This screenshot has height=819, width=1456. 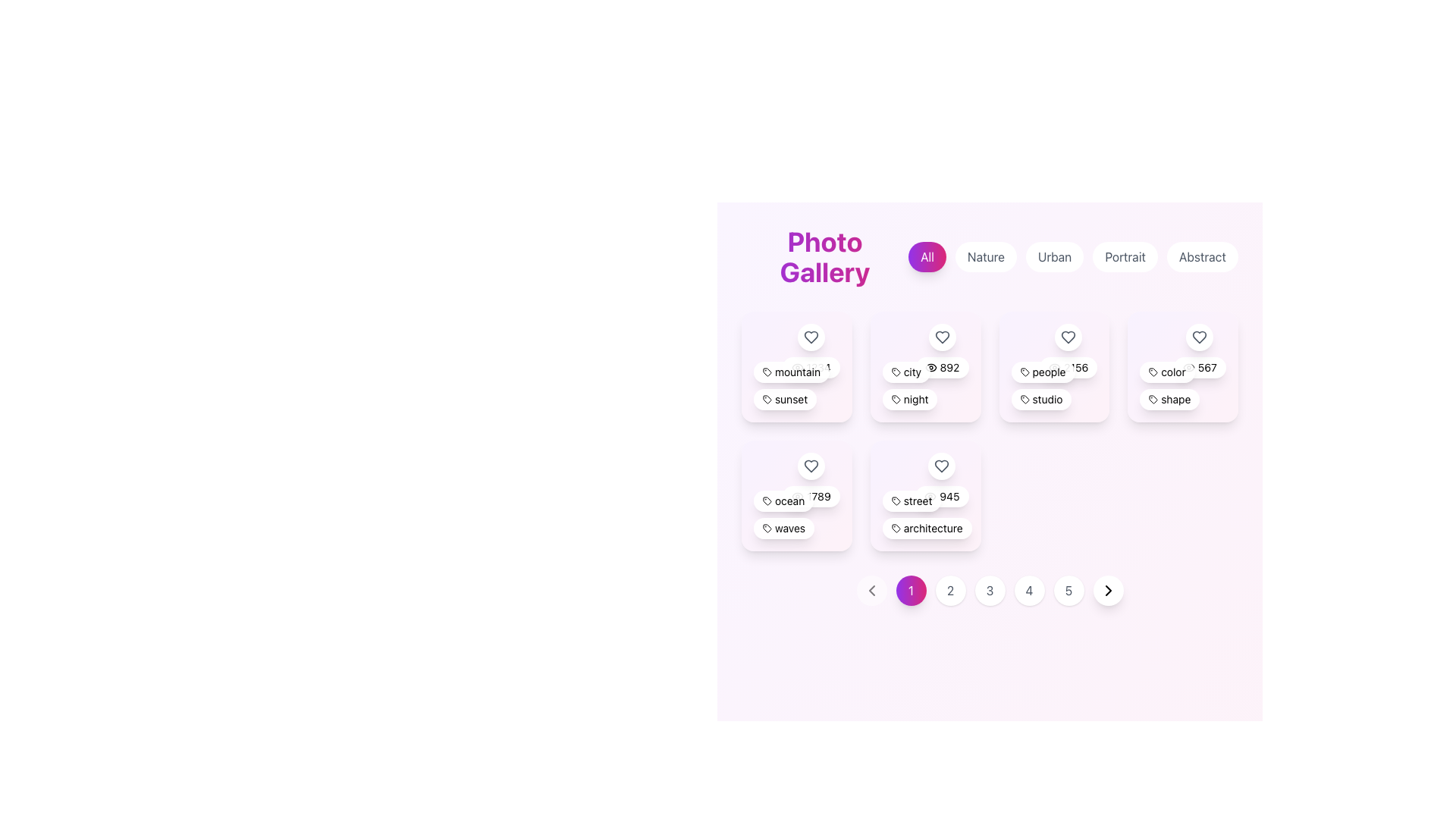 What do you see at coordinates (1166, 372) in the screenshot?
I see `the tag component with the text 'color' in bold black, located in the upper-right corner of the box categorized as 'color' and 'shape'` at bounding box center [1166, 372].